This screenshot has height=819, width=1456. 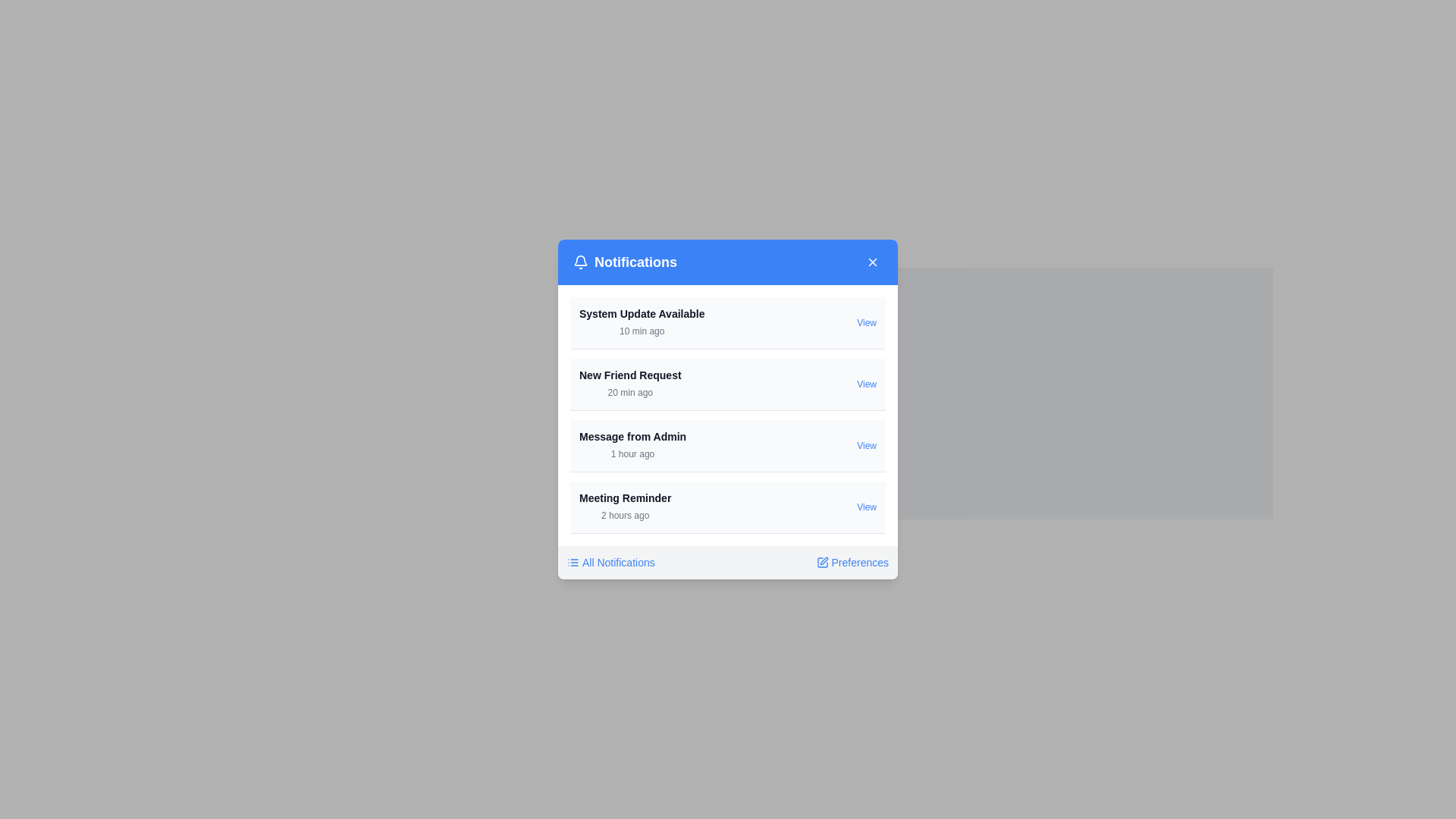 What do you see at coordinates (728, 445) in the screenshot?
I see `the Notification card featuring 'Message from Admin' in the notification panel` at bounding box center [728, 445].